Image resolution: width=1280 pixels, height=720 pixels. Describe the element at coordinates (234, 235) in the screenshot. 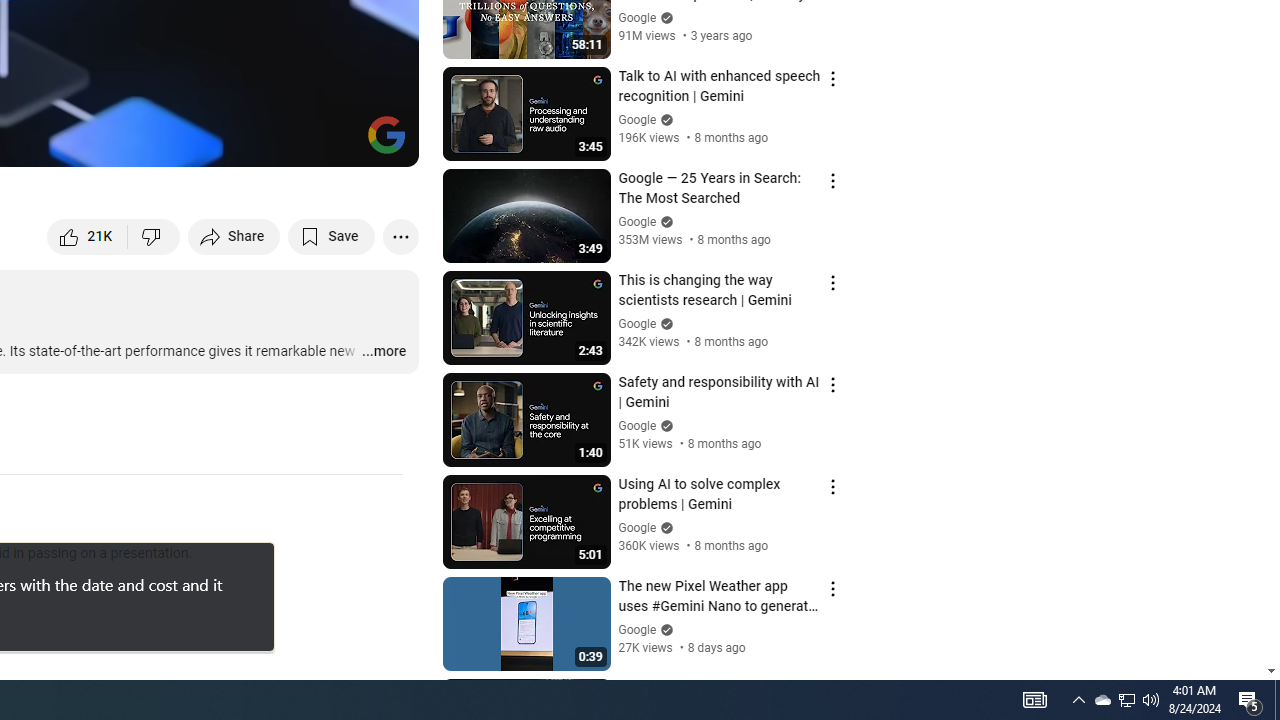

I see `'Share'` at that location.